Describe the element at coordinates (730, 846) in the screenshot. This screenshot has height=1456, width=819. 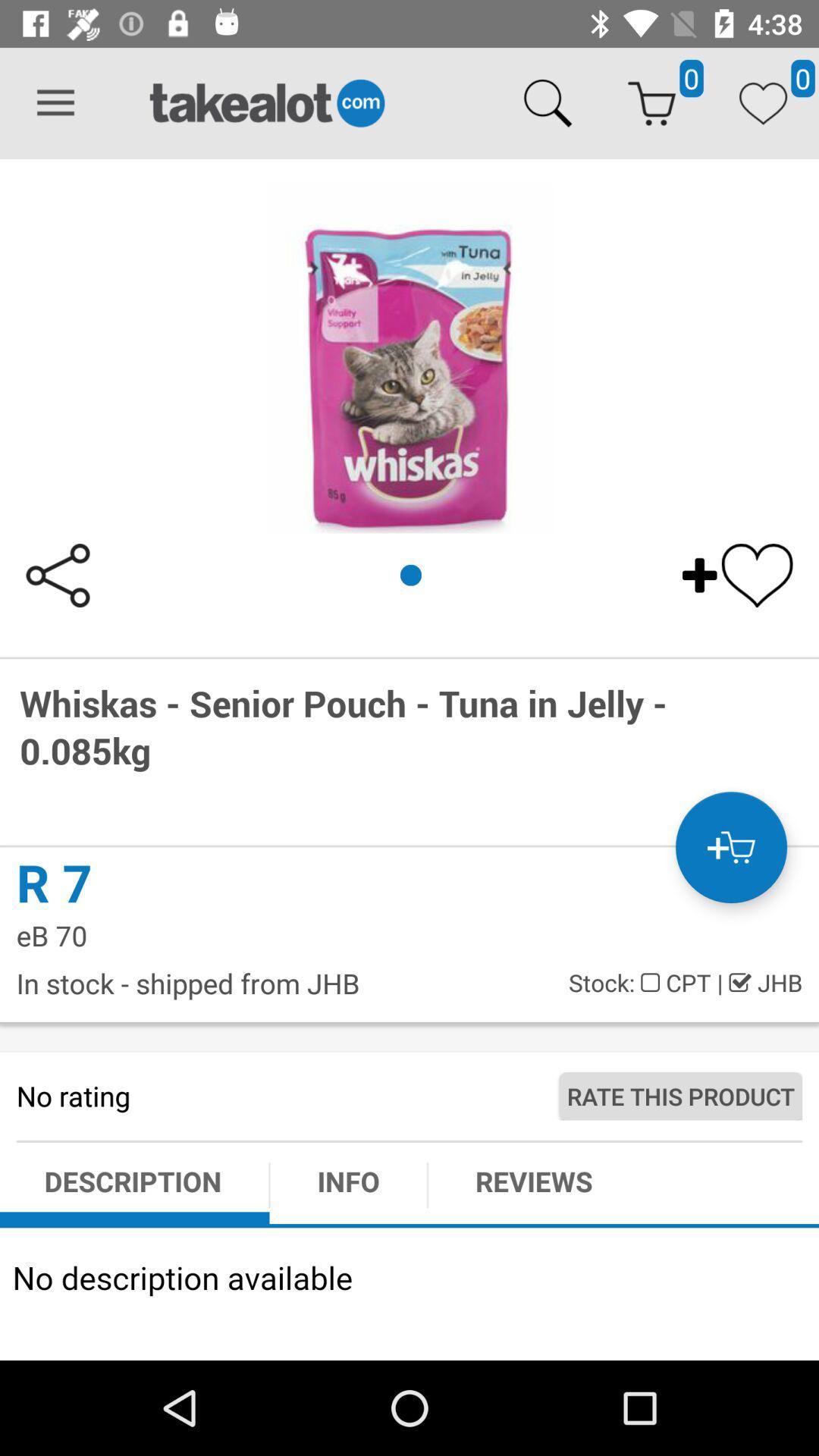
I see `the cart icon` at that location.